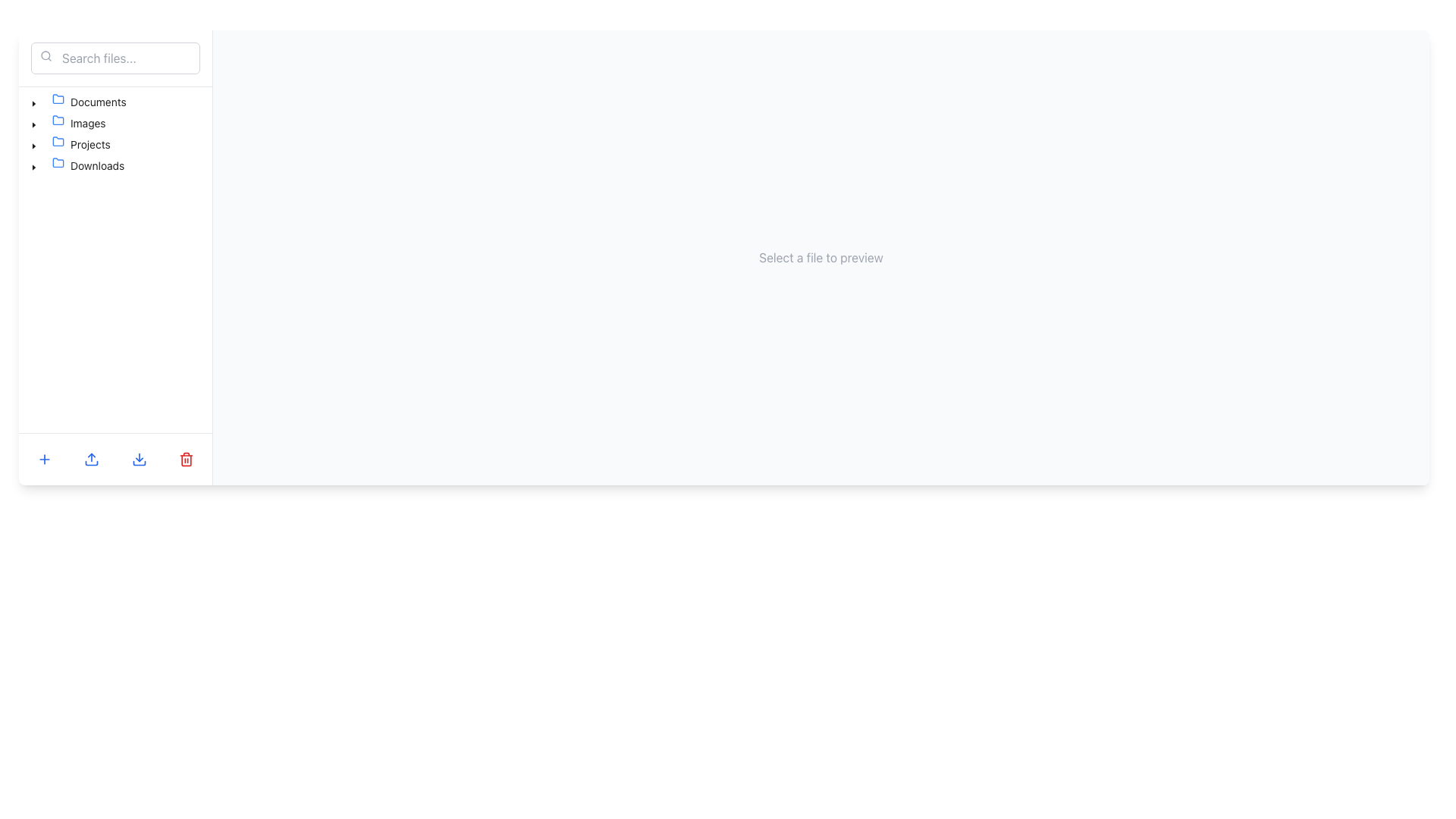  What do you see at coordinates (33, 124) in the screenshot?
I see `the Toggle or Expand/Collapse Icon next to the 'Images' folder in the tree view` at bounding box center [33, 124].